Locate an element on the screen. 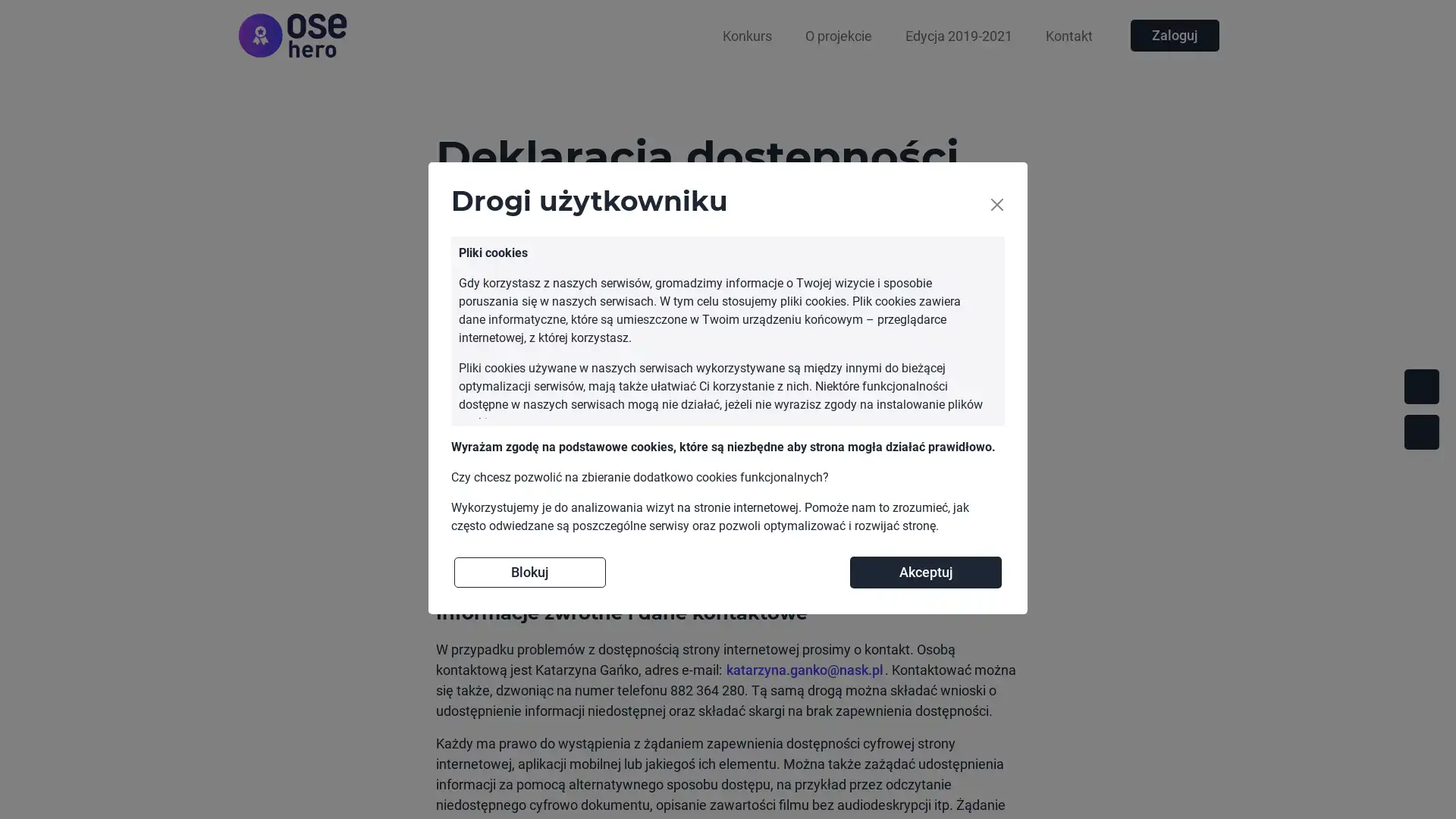  Blokuj is located at coordinates (530, 571).